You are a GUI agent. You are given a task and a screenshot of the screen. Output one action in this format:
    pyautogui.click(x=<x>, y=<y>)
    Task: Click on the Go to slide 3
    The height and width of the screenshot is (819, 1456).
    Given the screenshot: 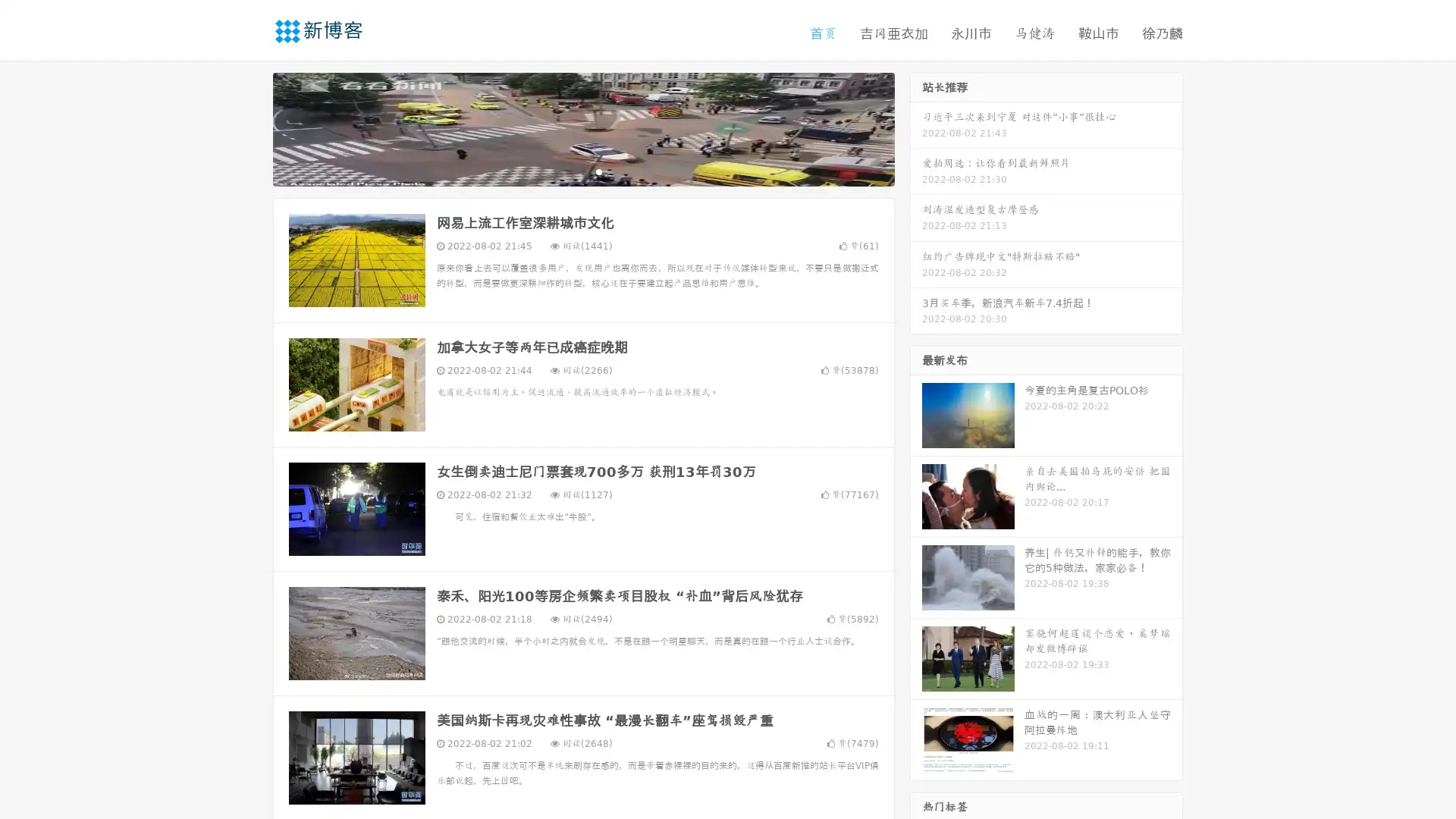 What is the action you would take?
    pyautogui.click(x=598, y=171)
    